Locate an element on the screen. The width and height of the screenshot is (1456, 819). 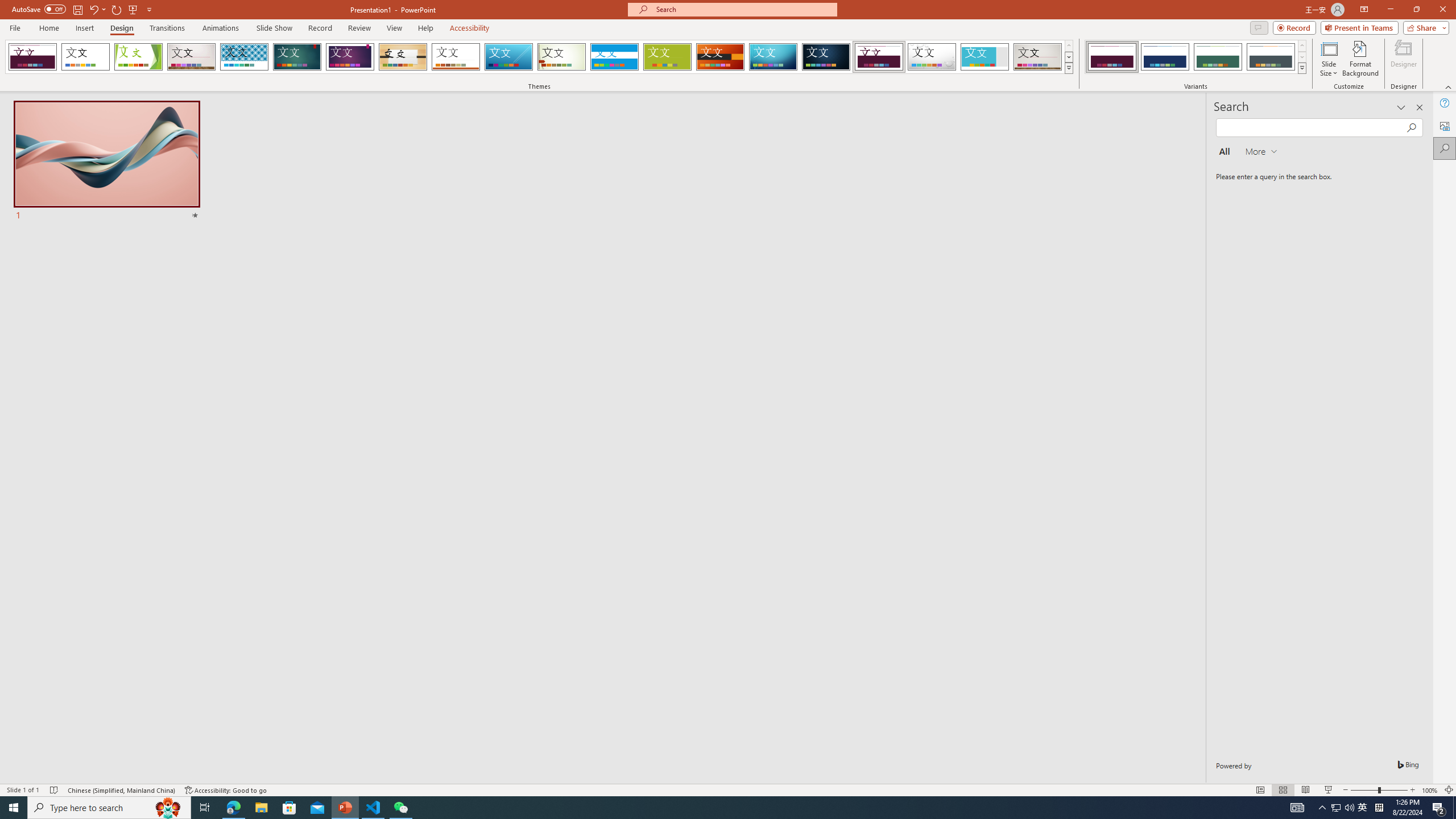
'Dividend Variant 4' is located at coordinates (1270, 56).